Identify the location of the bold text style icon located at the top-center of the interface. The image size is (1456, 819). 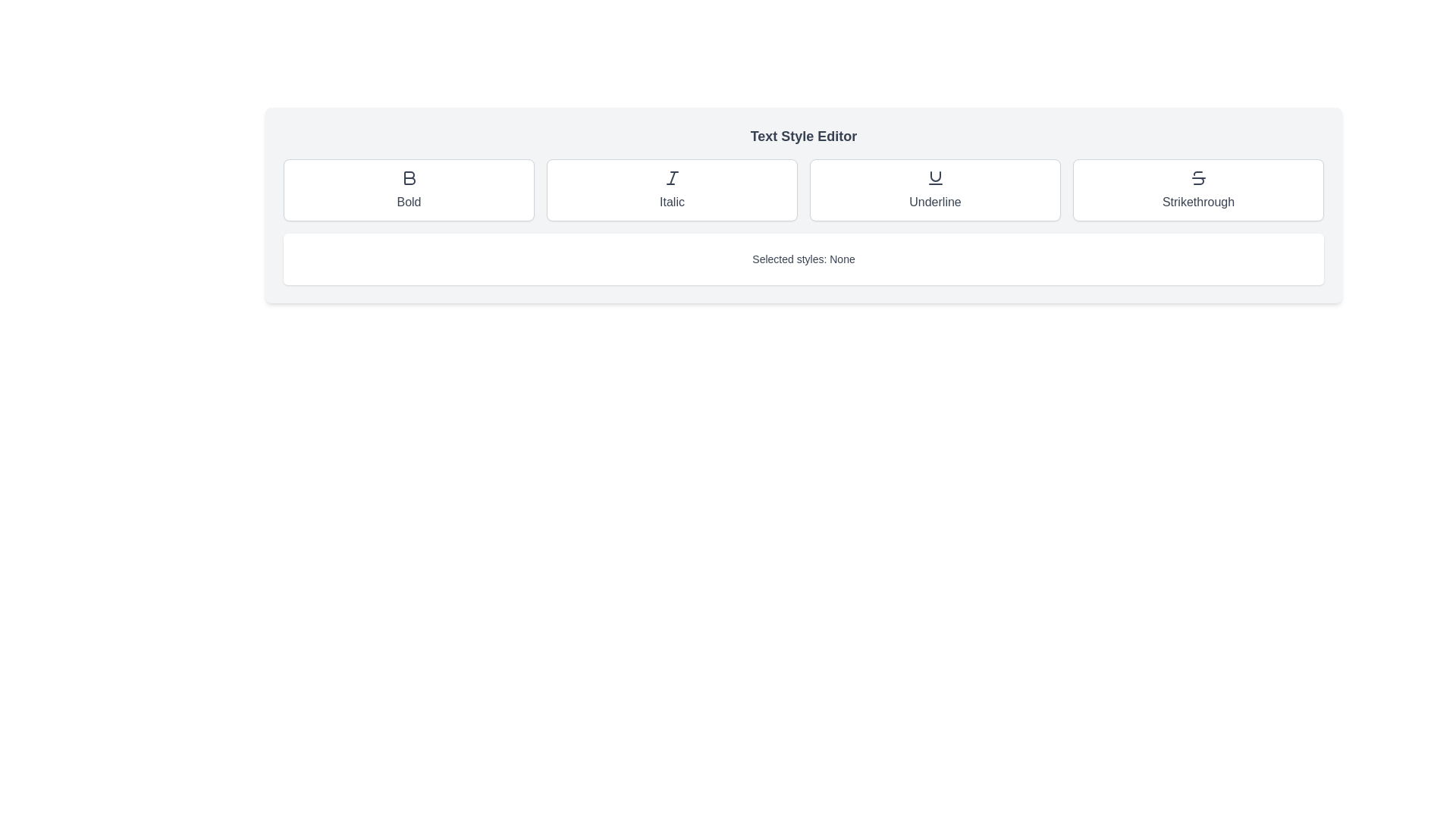
(409, 177).